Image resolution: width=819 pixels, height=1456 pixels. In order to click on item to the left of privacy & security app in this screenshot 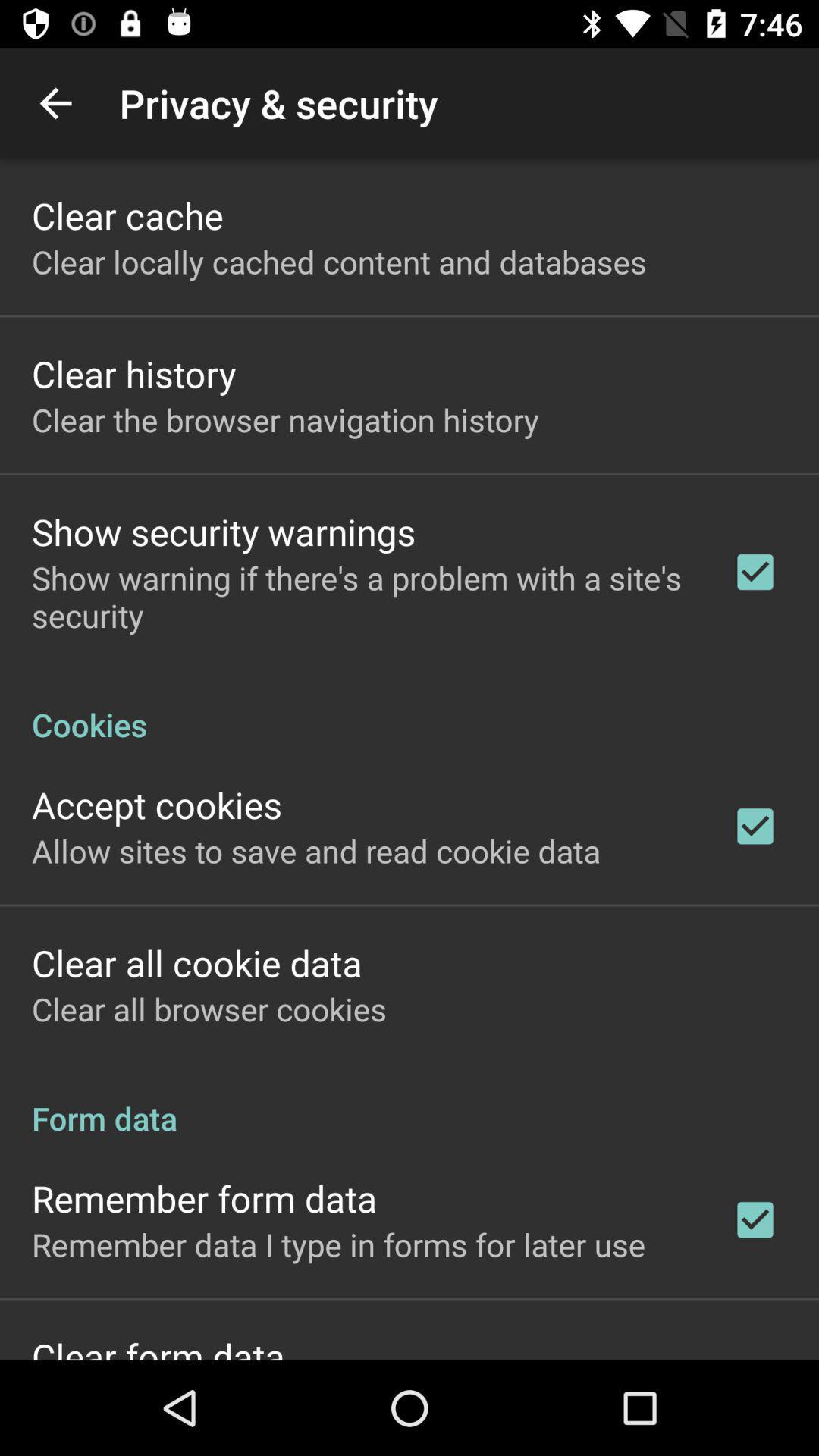, I will do `click(55, 102)`.